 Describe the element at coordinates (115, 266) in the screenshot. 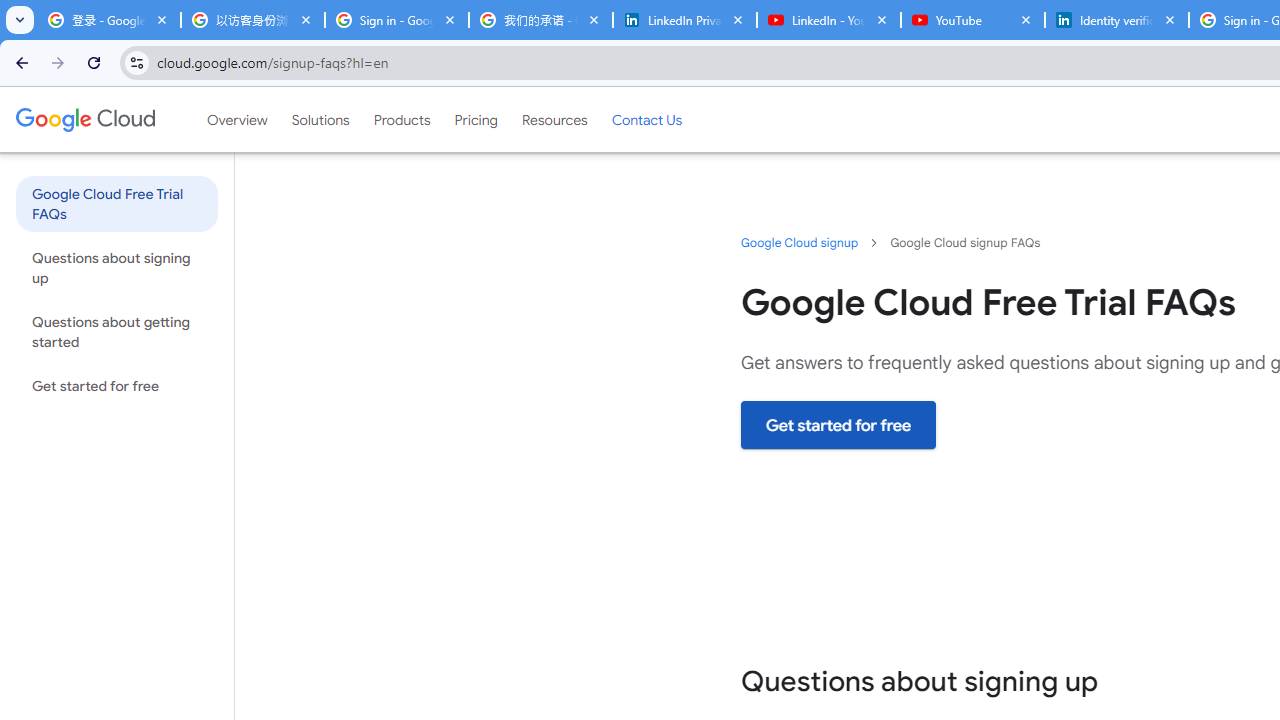

I see `'Questions about signing up'` at that location.